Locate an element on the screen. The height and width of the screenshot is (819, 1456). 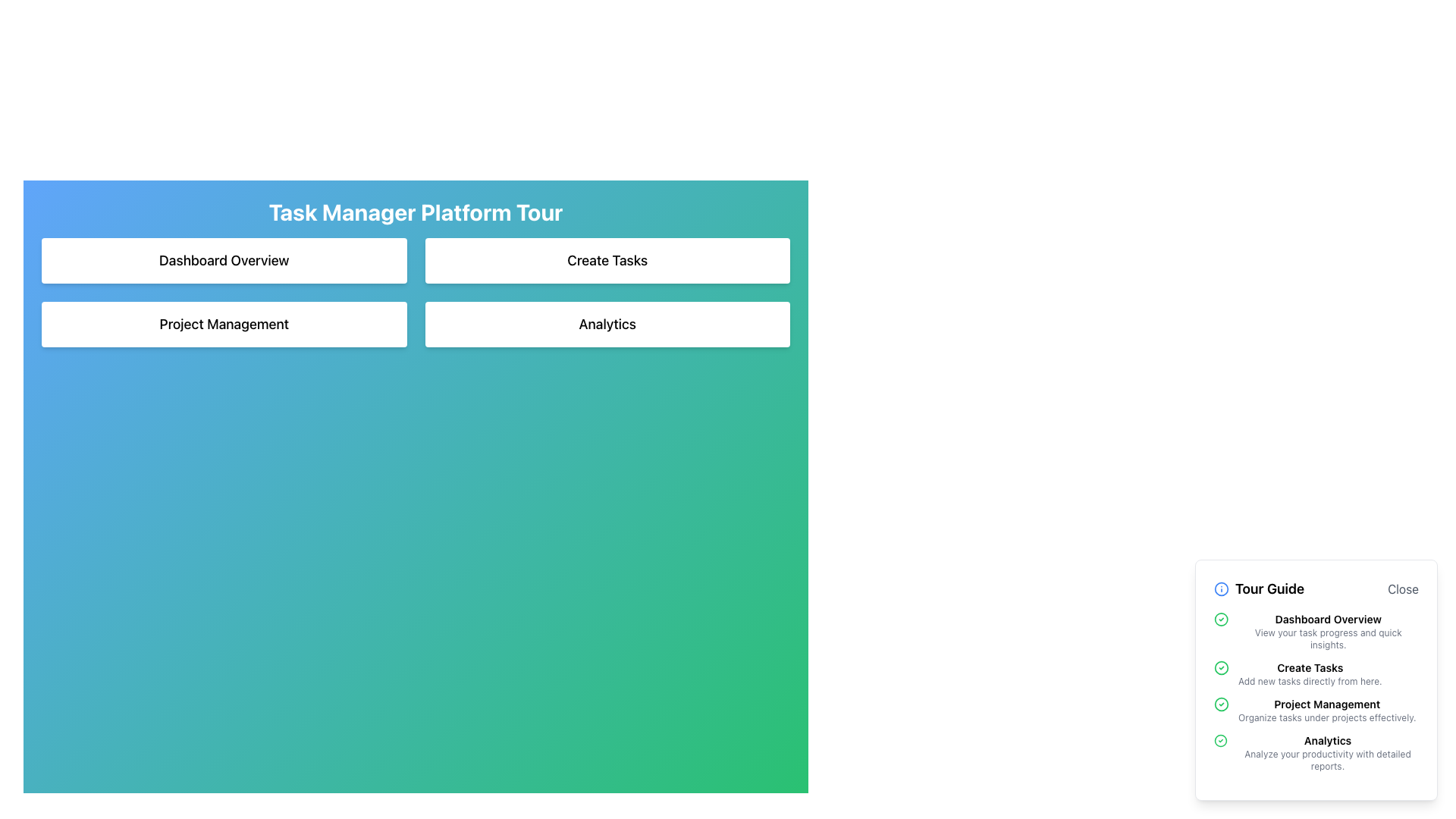
the Text block that provides a description about the 'Analytics' feature, located below the 'Tour Guide' heading in the right panel is located at coordinates (1327, 752).